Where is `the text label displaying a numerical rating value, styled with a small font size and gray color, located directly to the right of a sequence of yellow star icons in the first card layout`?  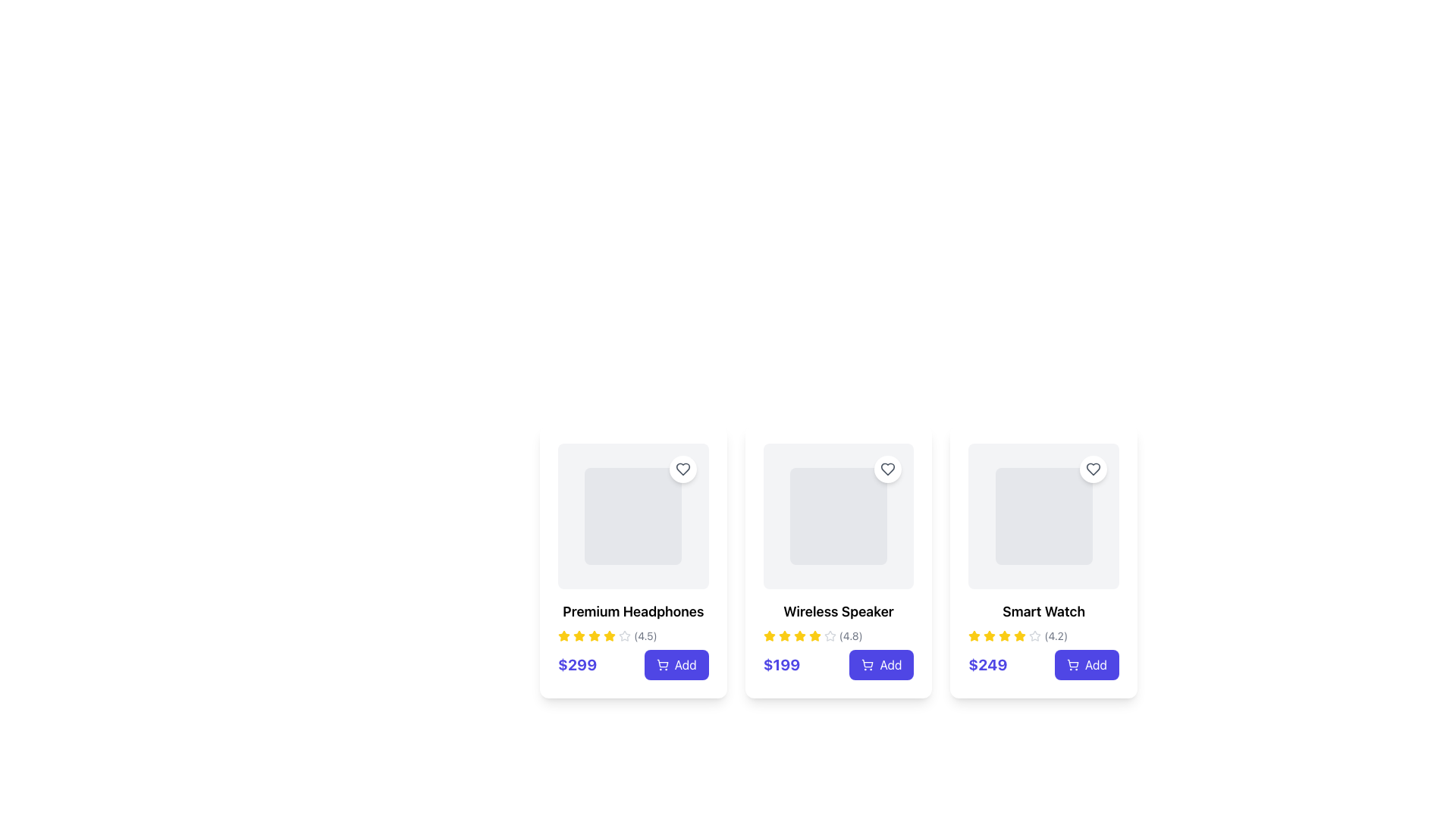 the text label displaying a numerical rating value, styled with a small font size and gray color, located directly to the right of a sequence of yellow star icons in the first card layout is located at coordinates (645, 636).